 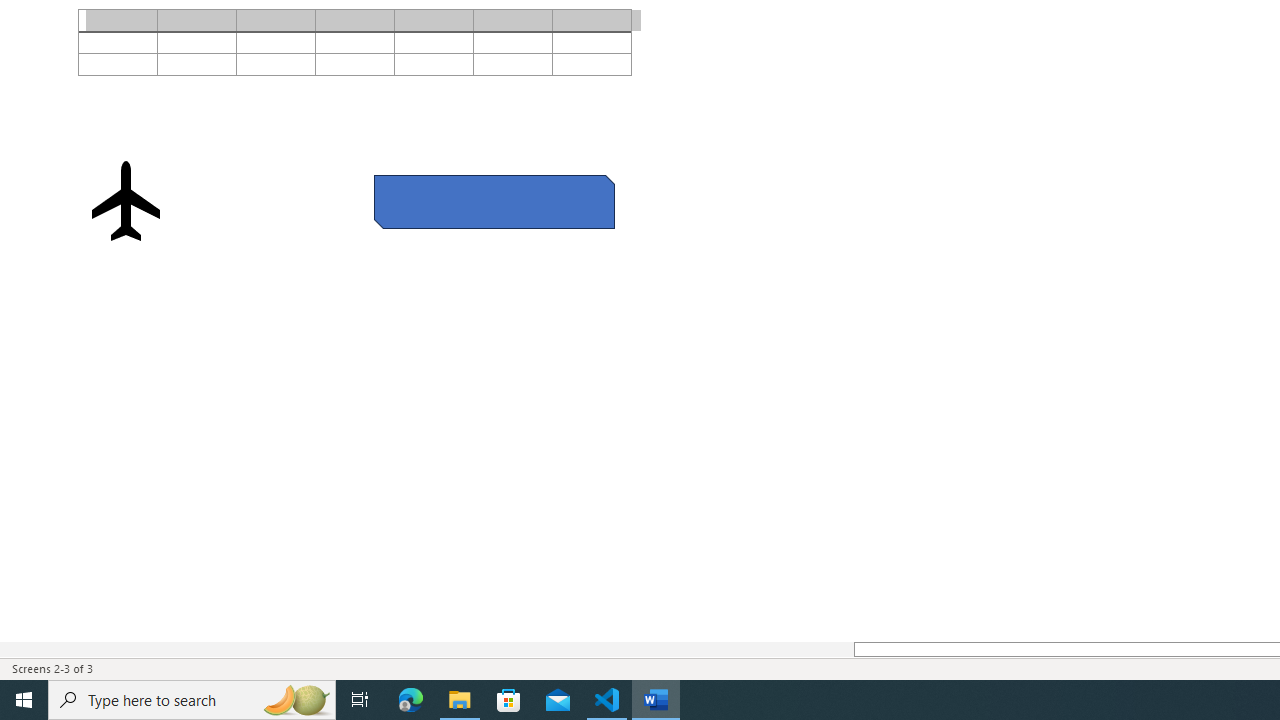 I want to click on 'Airplane with solid fill', so click(x=125, y=200).